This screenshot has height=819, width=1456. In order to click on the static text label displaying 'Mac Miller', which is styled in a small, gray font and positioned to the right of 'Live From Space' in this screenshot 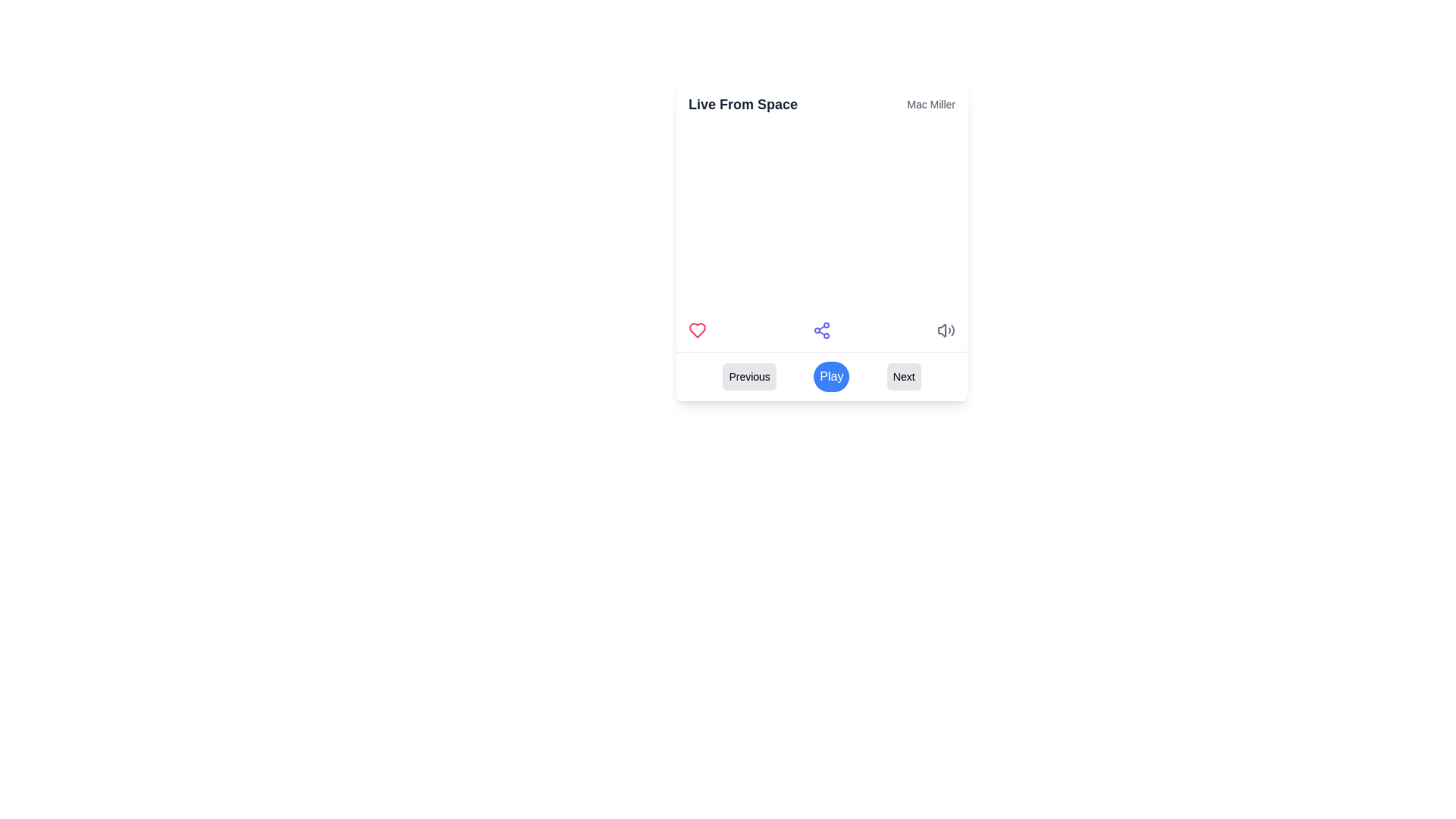, I will do `click(930, 104)`.